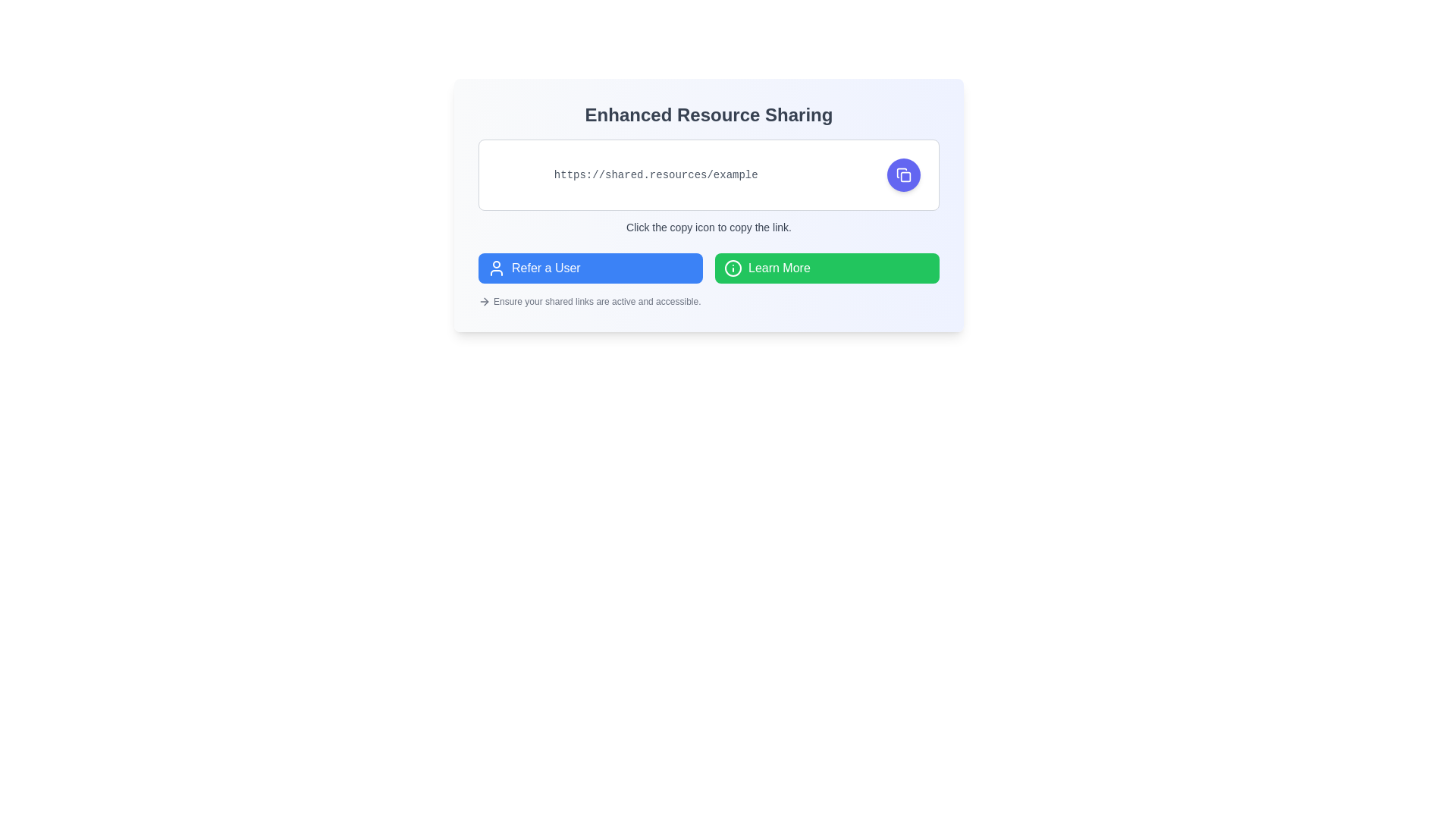 The image size is (1456, 819). Describe the element at coordinates (483, 301) in the screenshot. I see `the arrow icon positioned at the left end of the text section at the bottom of the card interface, which serves as a visual indicator for the adjacent information text` at that location.